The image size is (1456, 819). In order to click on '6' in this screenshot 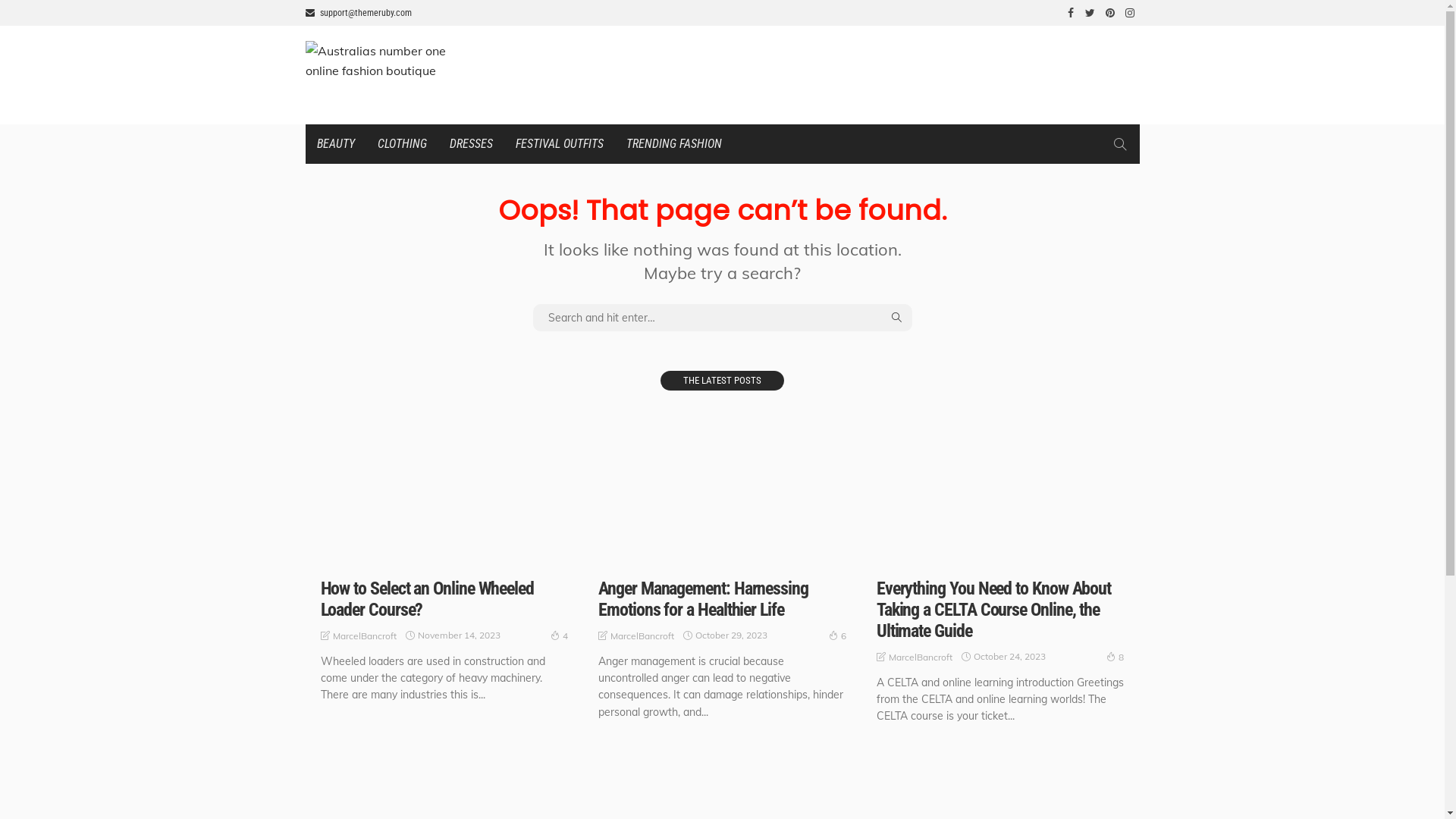, I will do `click(828, 635)`.